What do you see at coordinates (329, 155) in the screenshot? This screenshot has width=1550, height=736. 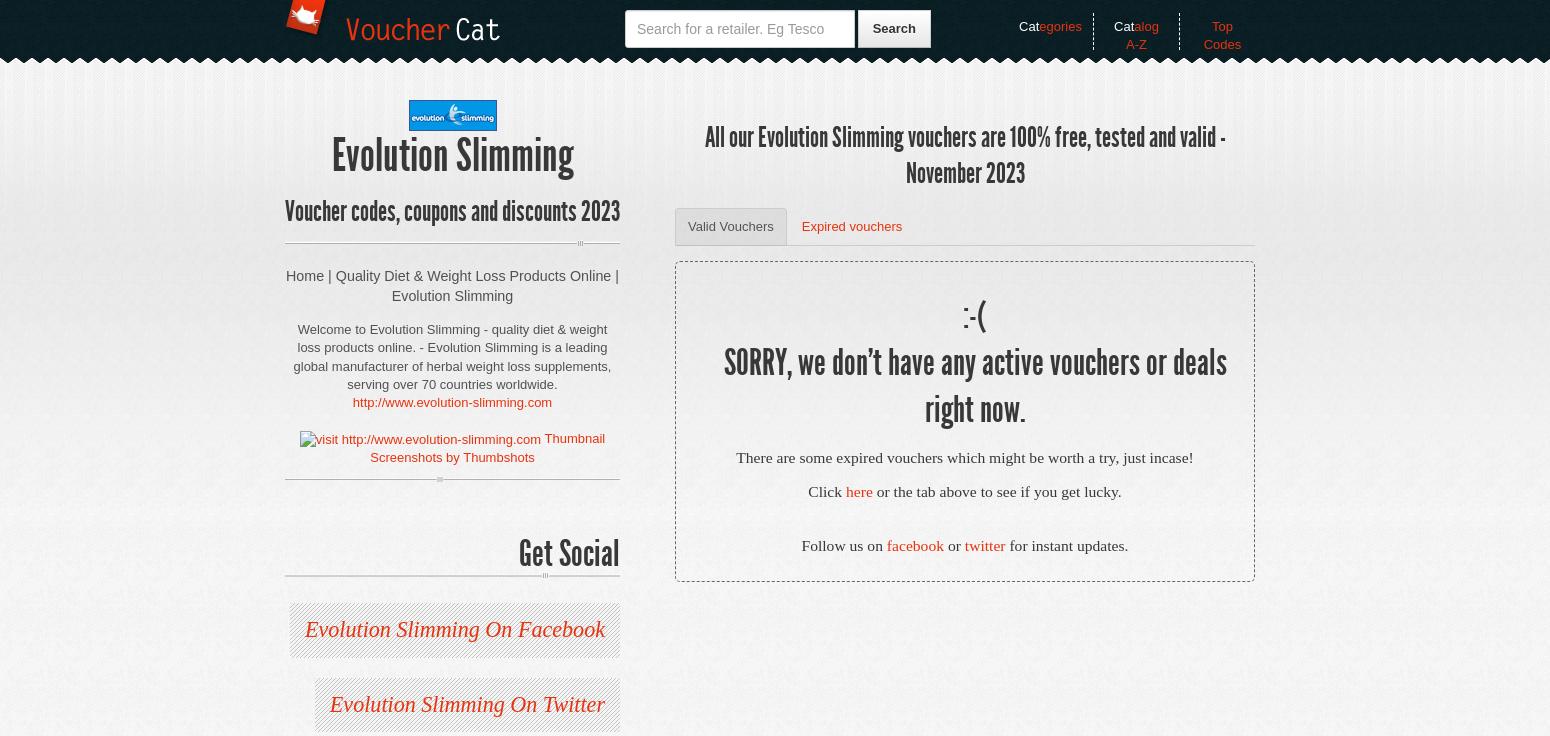 I see `'Evolution Slimming'` at bounding box center [329, 155].